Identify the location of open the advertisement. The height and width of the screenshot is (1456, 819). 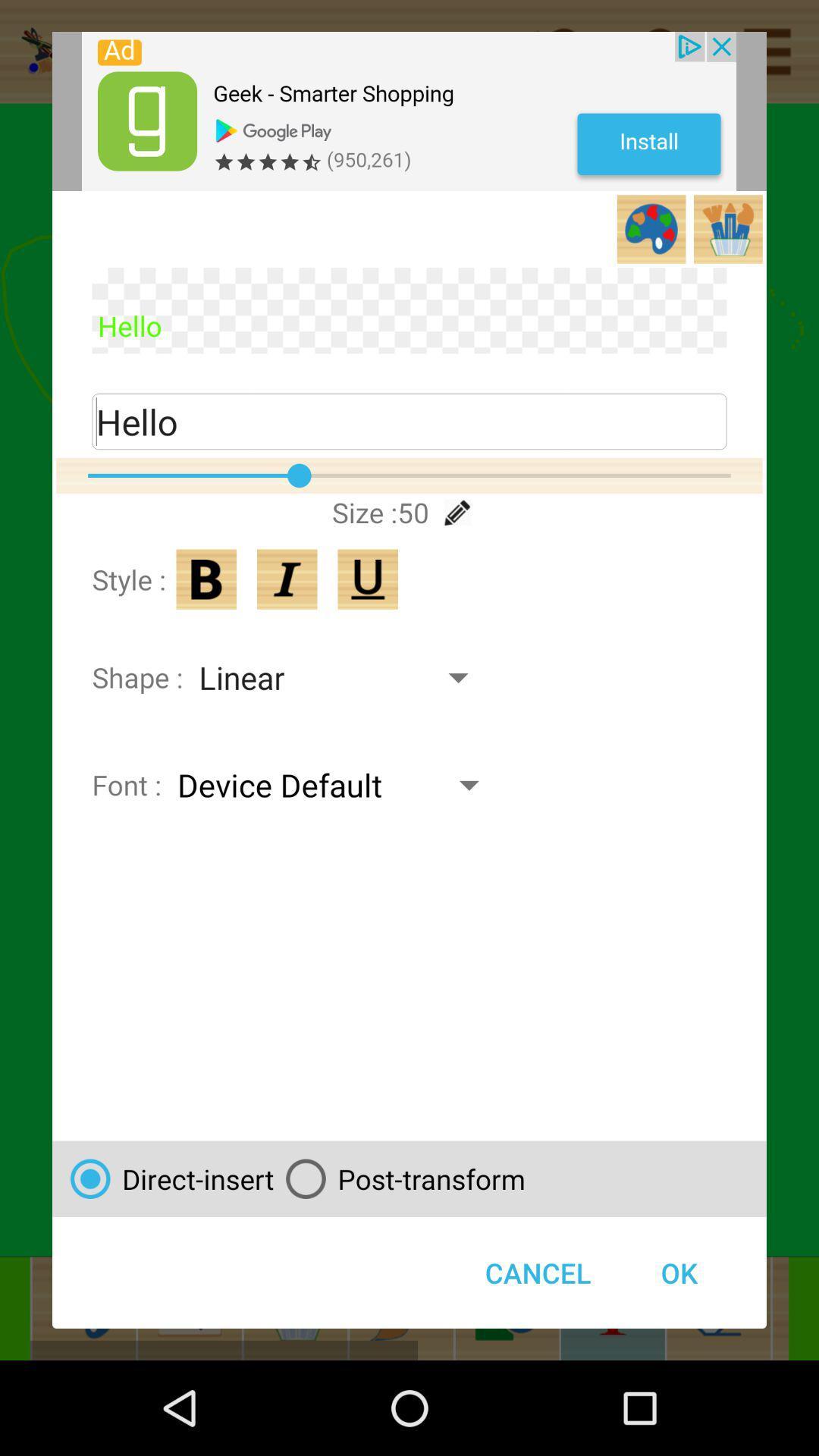
(408, 111).